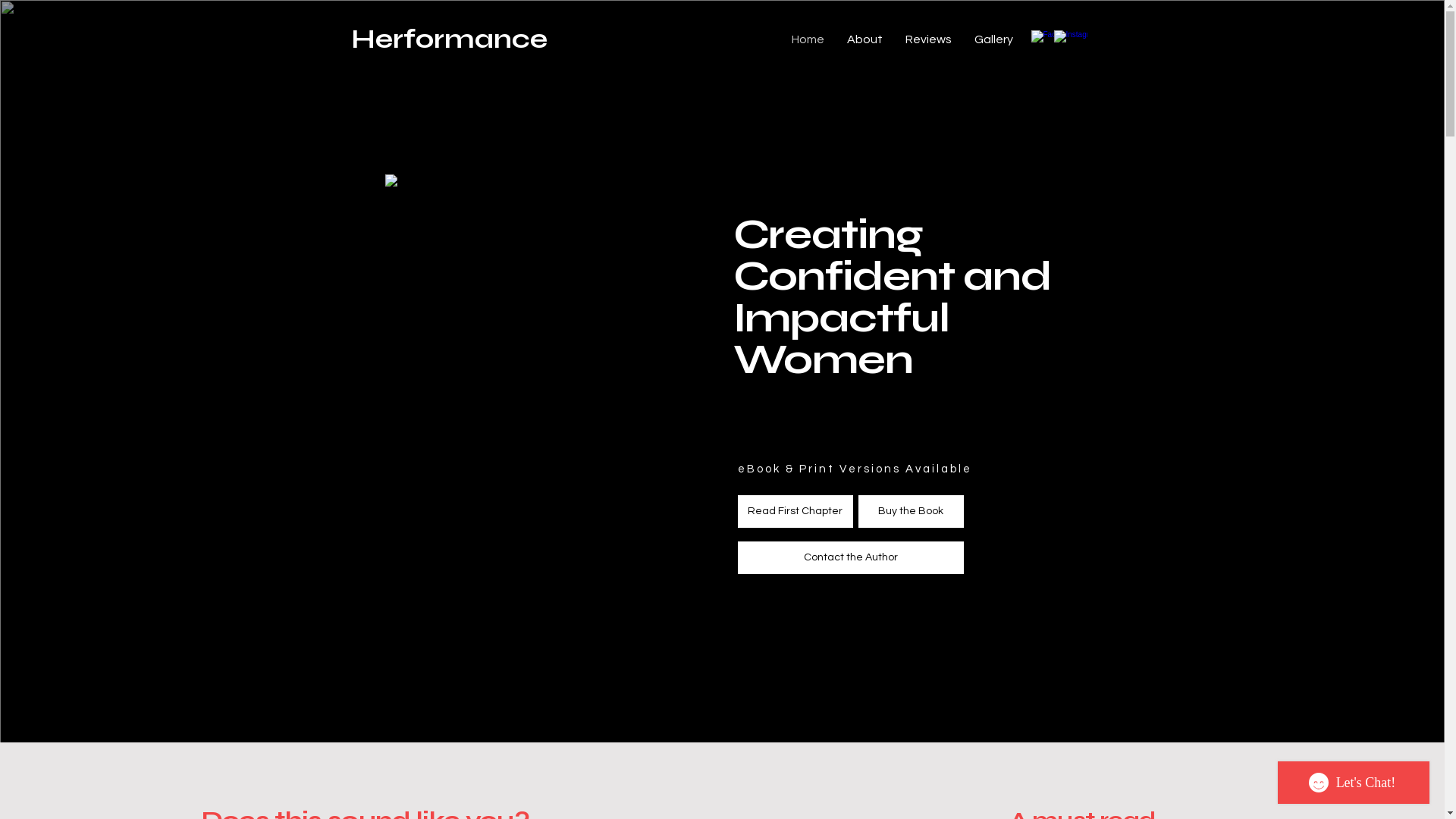 The image size is (1456, 819). Describe the element at coordinates (835, 39) in the screenshot. I see `'About'` at that location.